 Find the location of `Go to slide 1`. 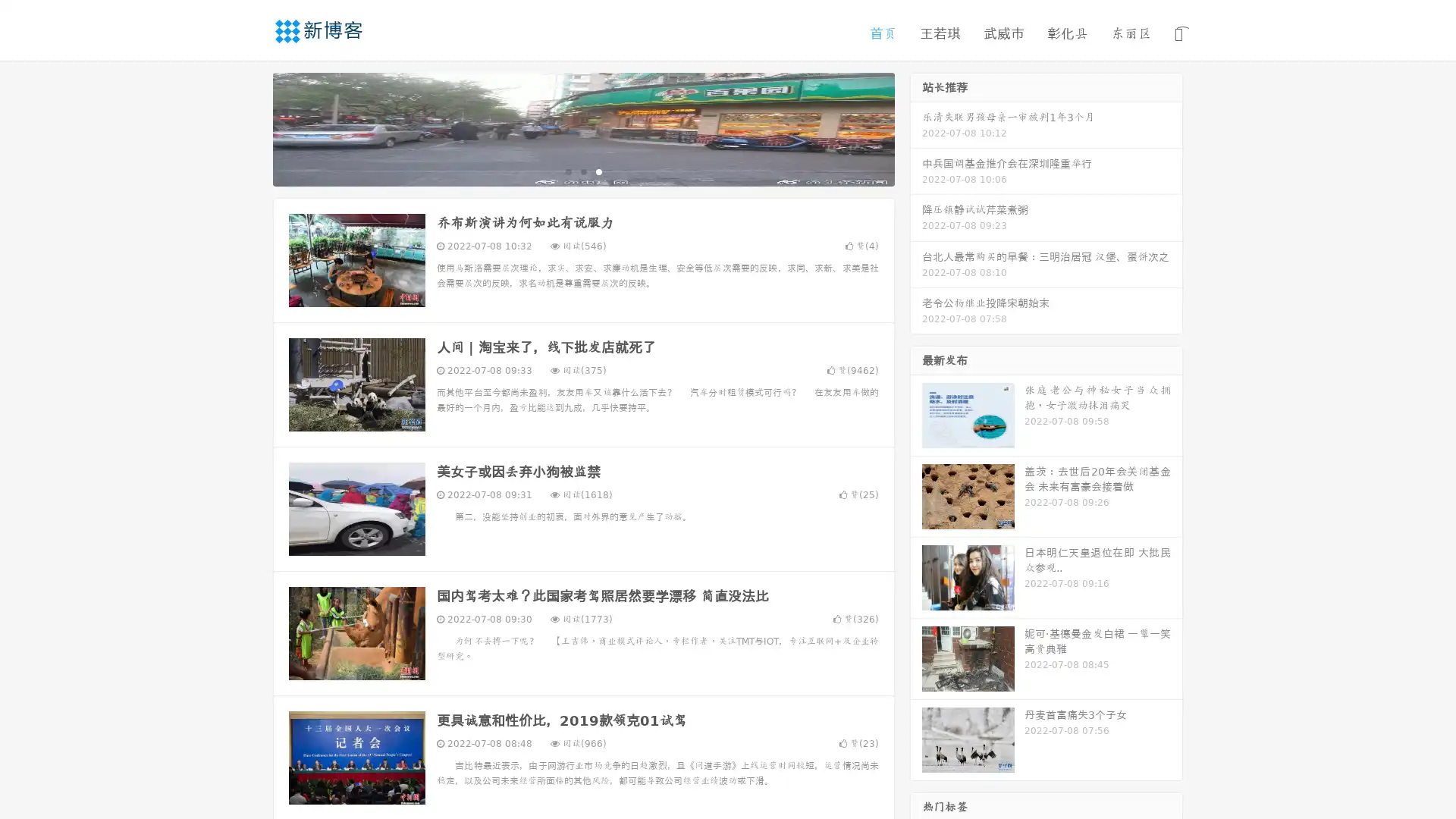

Go to slide 1 is located at coordinates (567, 171).